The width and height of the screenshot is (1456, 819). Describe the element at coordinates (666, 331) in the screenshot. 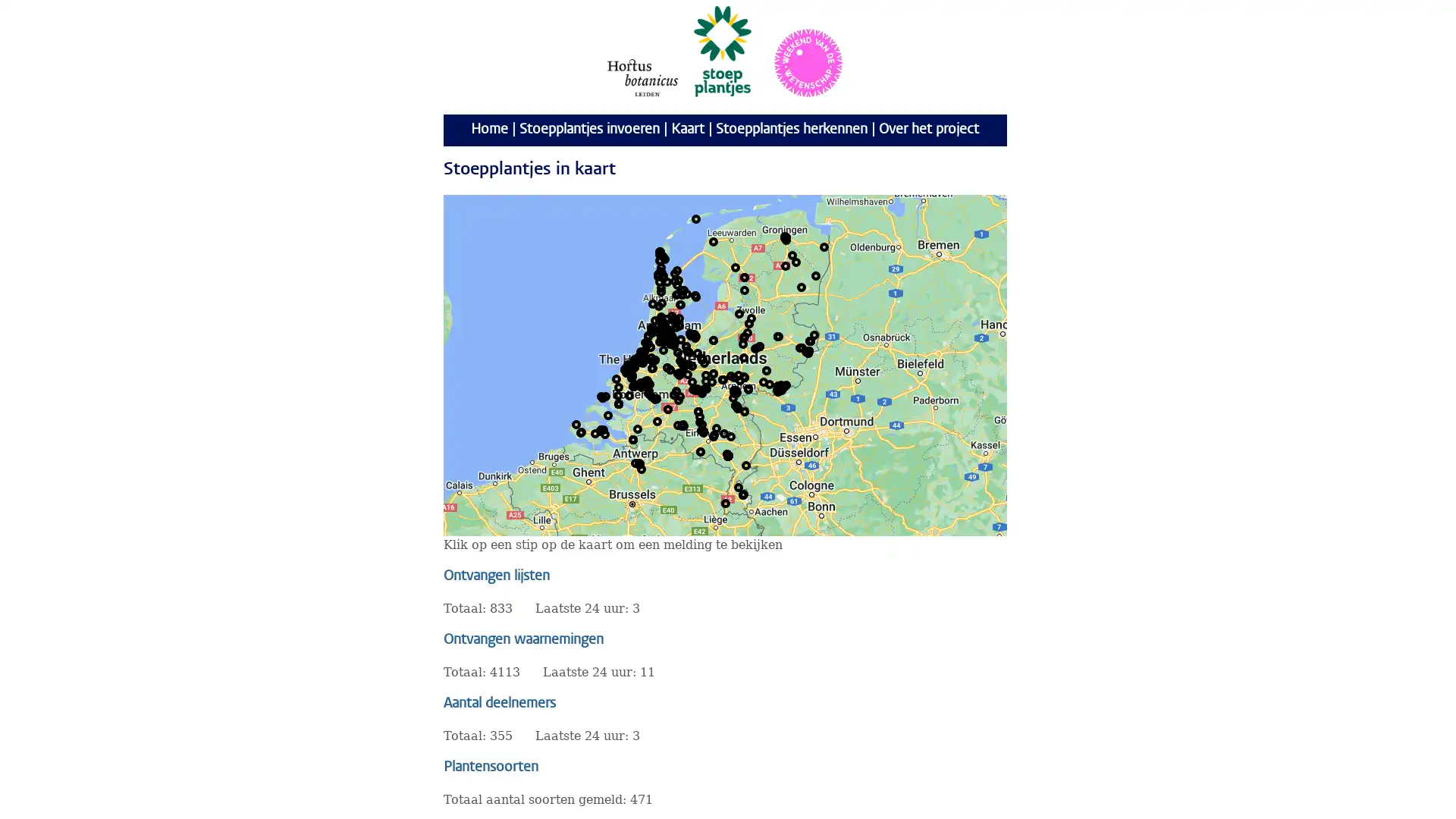

I see `Telling van op 17 mei 2022` at that location.